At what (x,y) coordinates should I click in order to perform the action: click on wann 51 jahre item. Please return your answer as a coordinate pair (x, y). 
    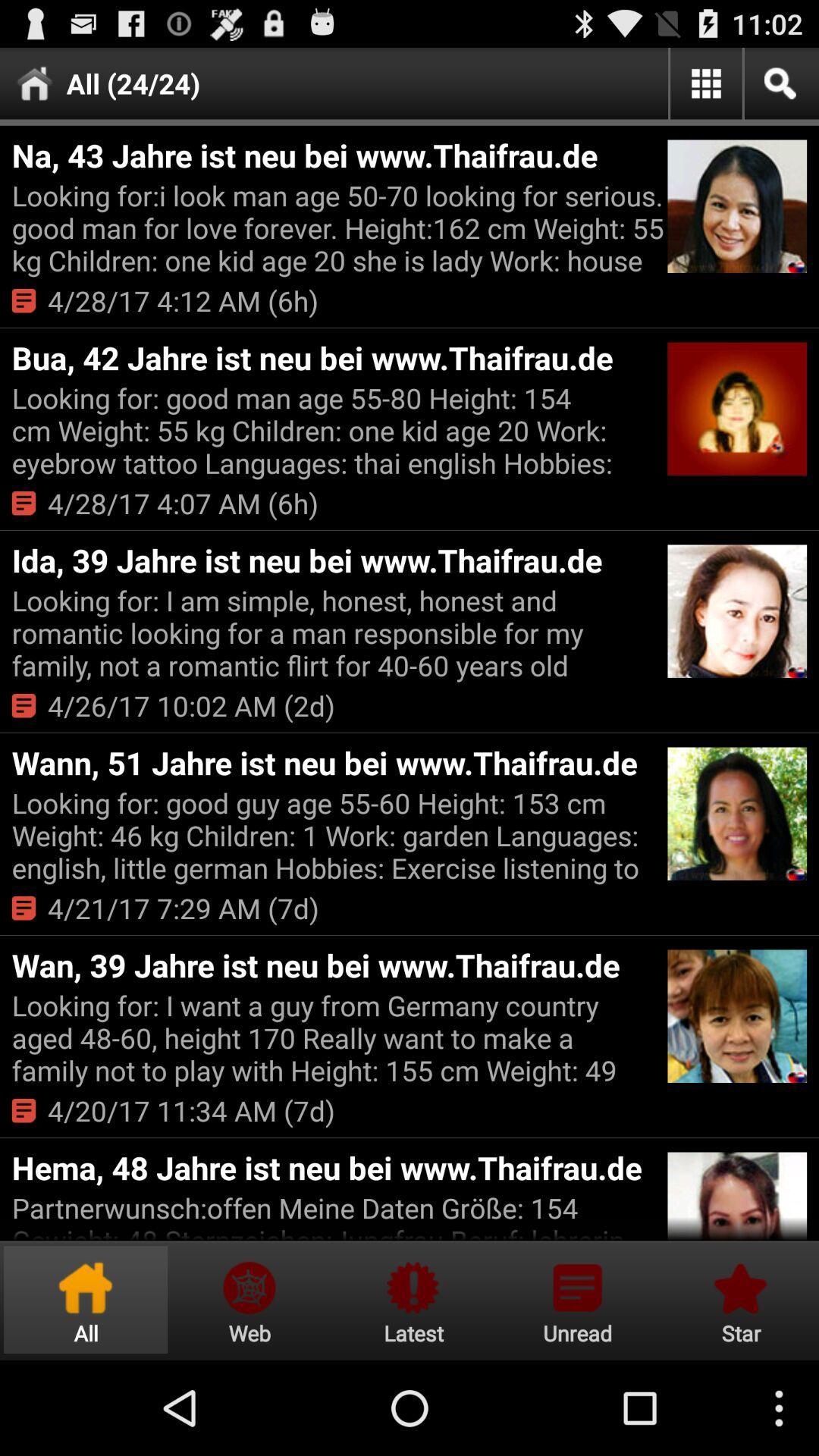
    Looking at the image, I should click on (337, 762).